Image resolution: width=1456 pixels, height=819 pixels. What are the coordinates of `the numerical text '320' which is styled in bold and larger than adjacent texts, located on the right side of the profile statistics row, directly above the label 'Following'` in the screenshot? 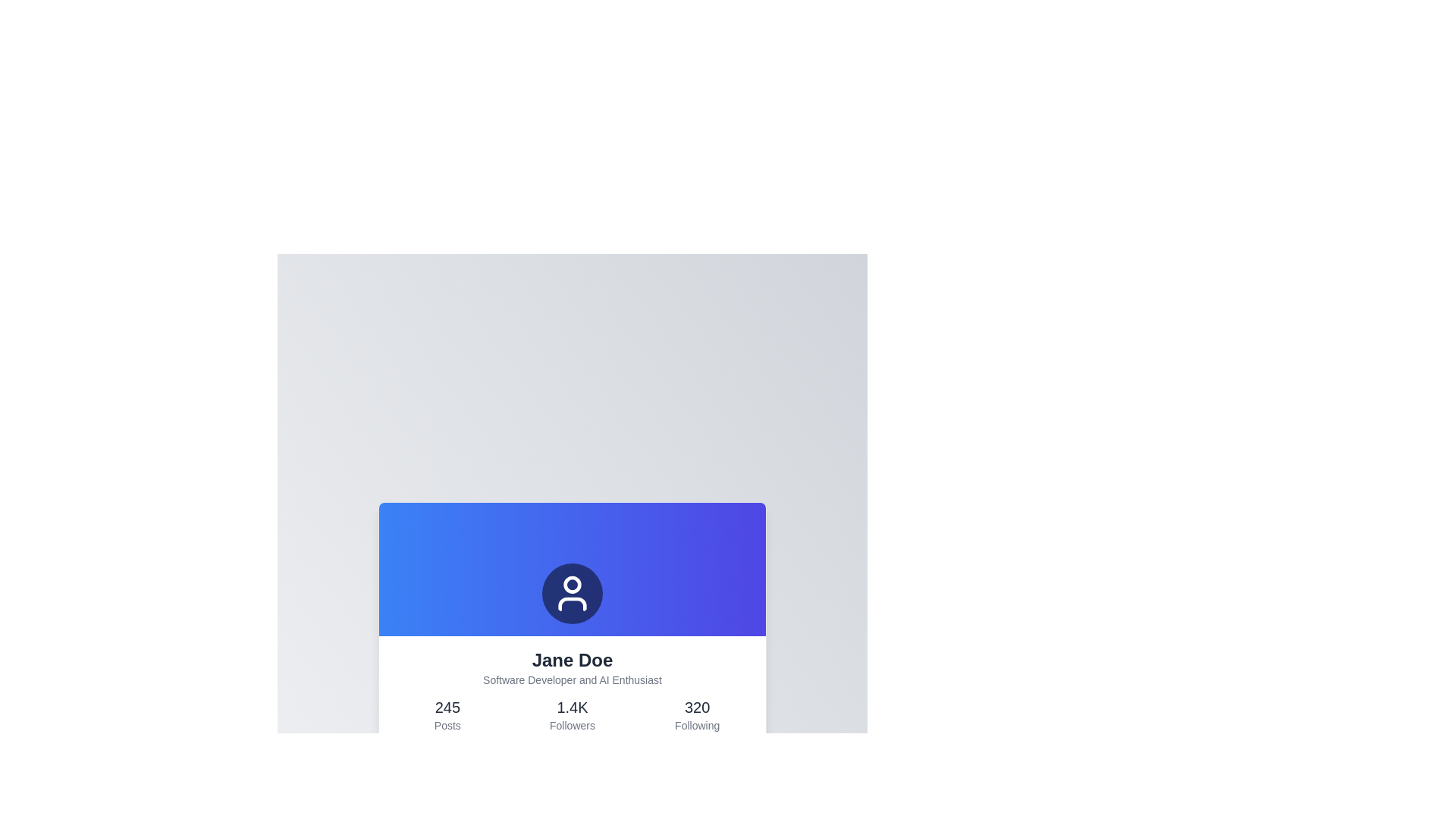 It's located at (696, 708).